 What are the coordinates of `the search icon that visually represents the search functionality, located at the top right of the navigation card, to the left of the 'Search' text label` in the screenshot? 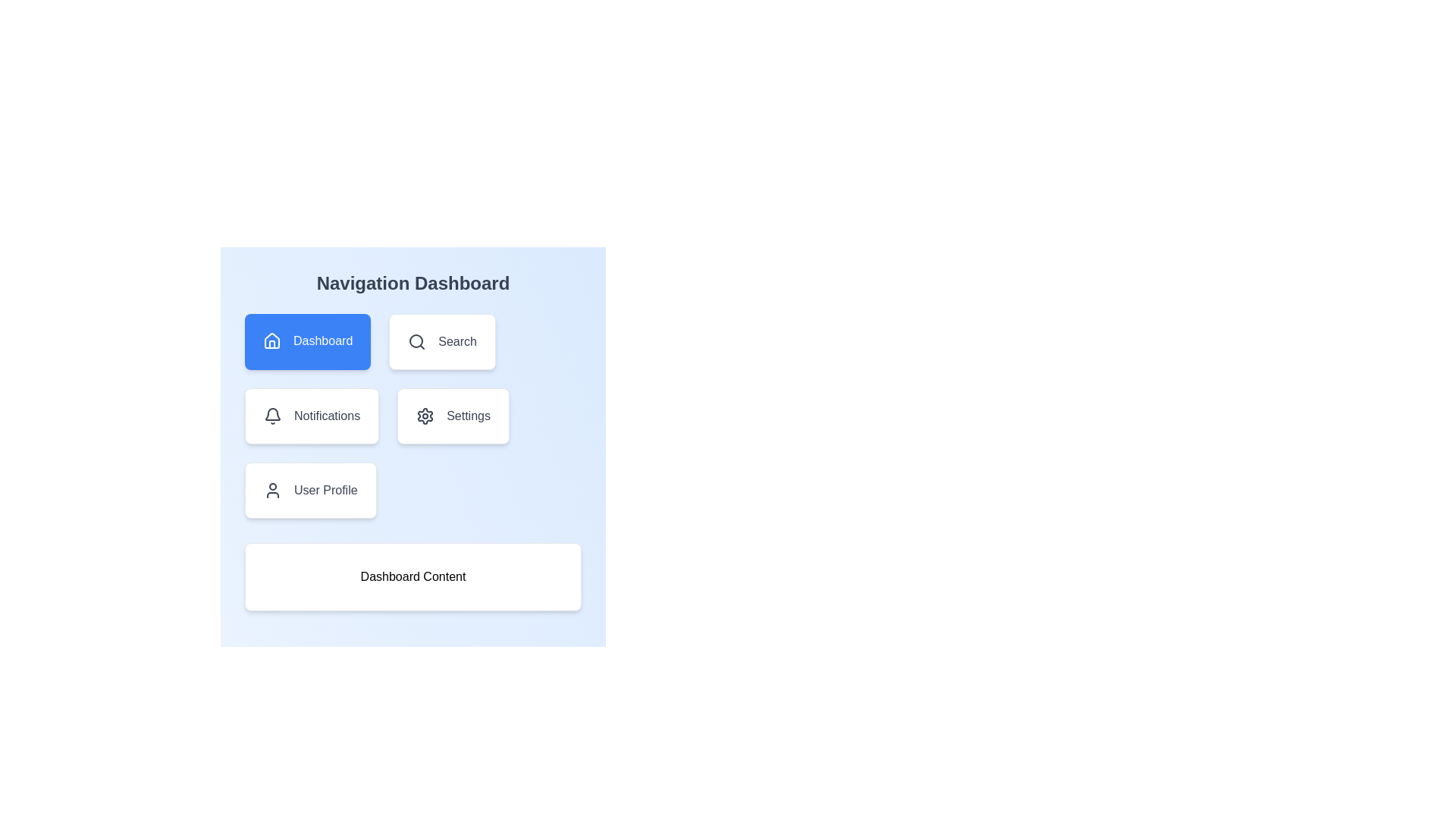 It's located at (417, 342).